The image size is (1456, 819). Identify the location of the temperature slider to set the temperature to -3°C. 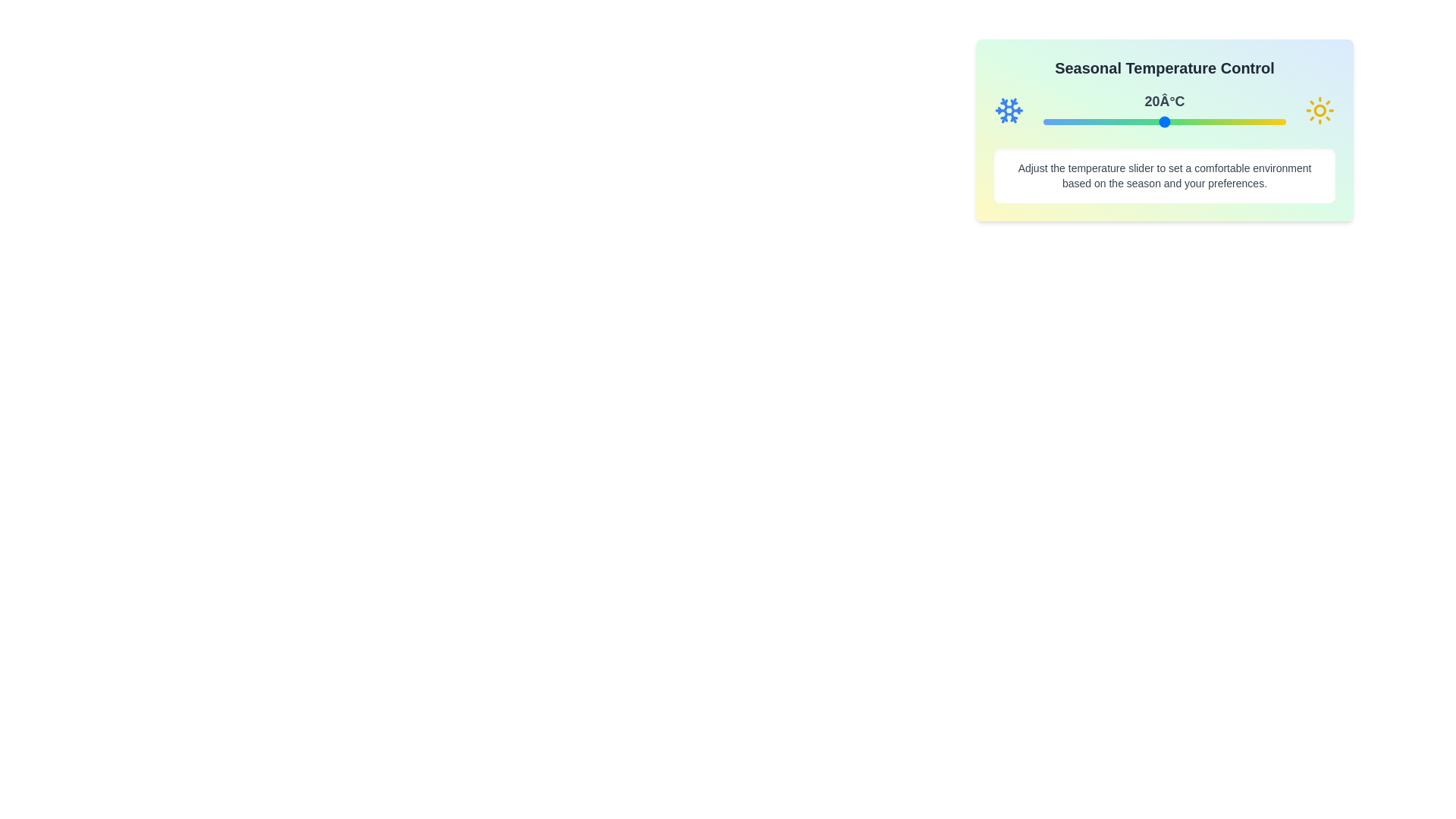
(1071, 121).